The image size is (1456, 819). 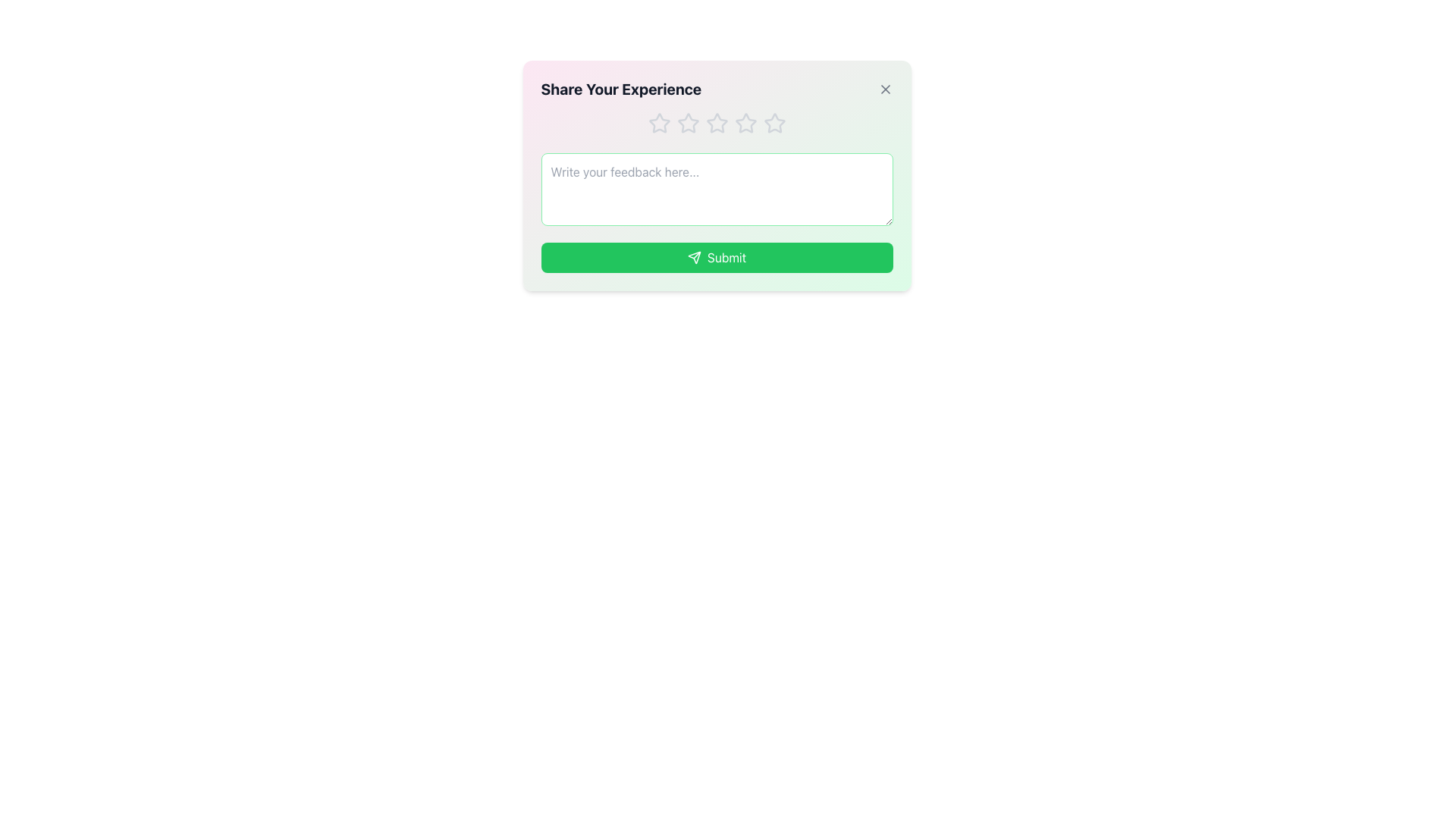 What do you see at coordinates (745, 122) in the screenshot?
I see `the third star in the horizontal row of five stars` at bounding box center [745, 122].